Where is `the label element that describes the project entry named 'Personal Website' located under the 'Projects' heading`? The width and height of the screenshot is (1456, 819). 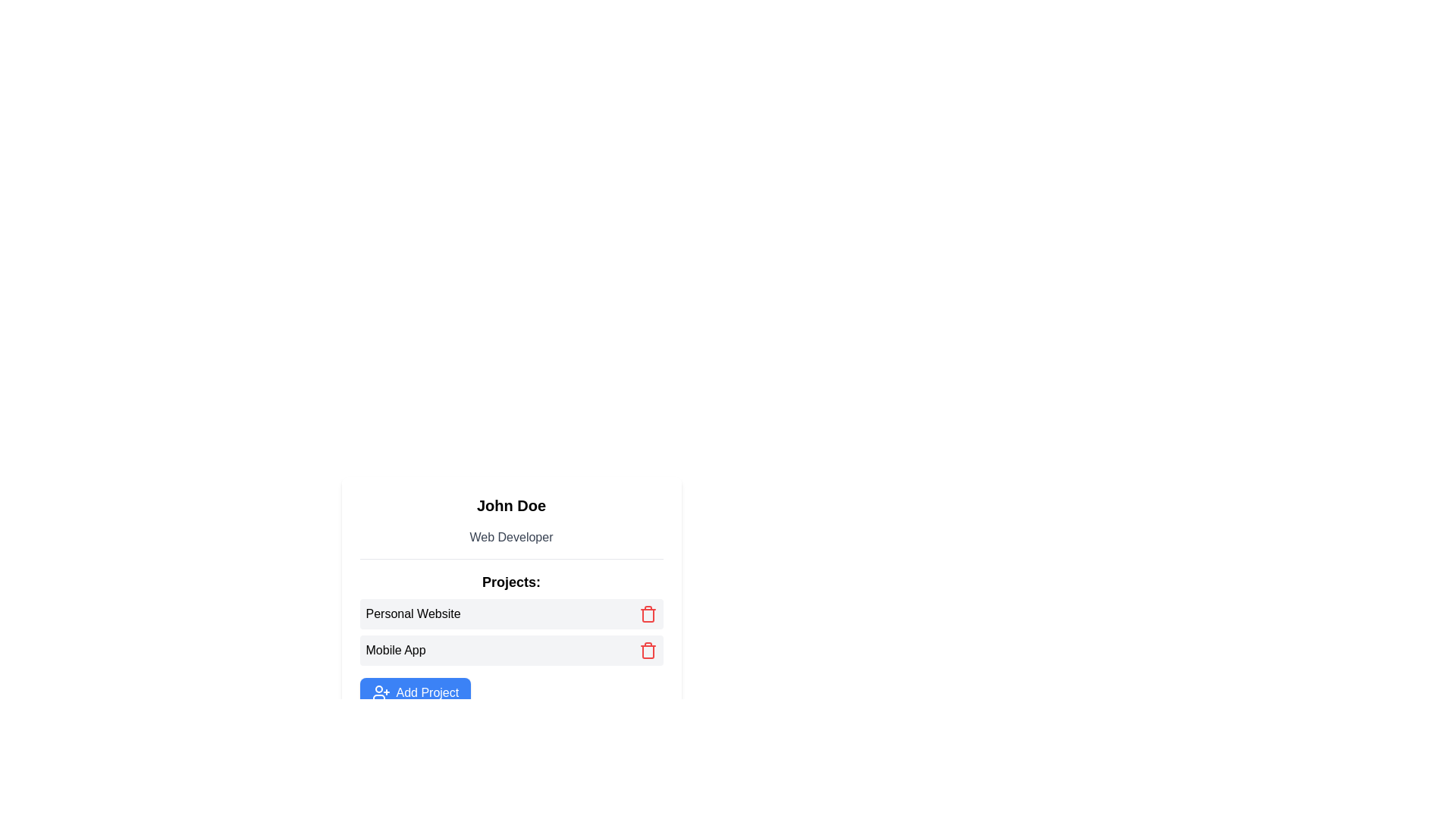 the label element that describes the project entry named 'Personal Website' located under the 'Projects' heading is located at coordinates (413, 614).